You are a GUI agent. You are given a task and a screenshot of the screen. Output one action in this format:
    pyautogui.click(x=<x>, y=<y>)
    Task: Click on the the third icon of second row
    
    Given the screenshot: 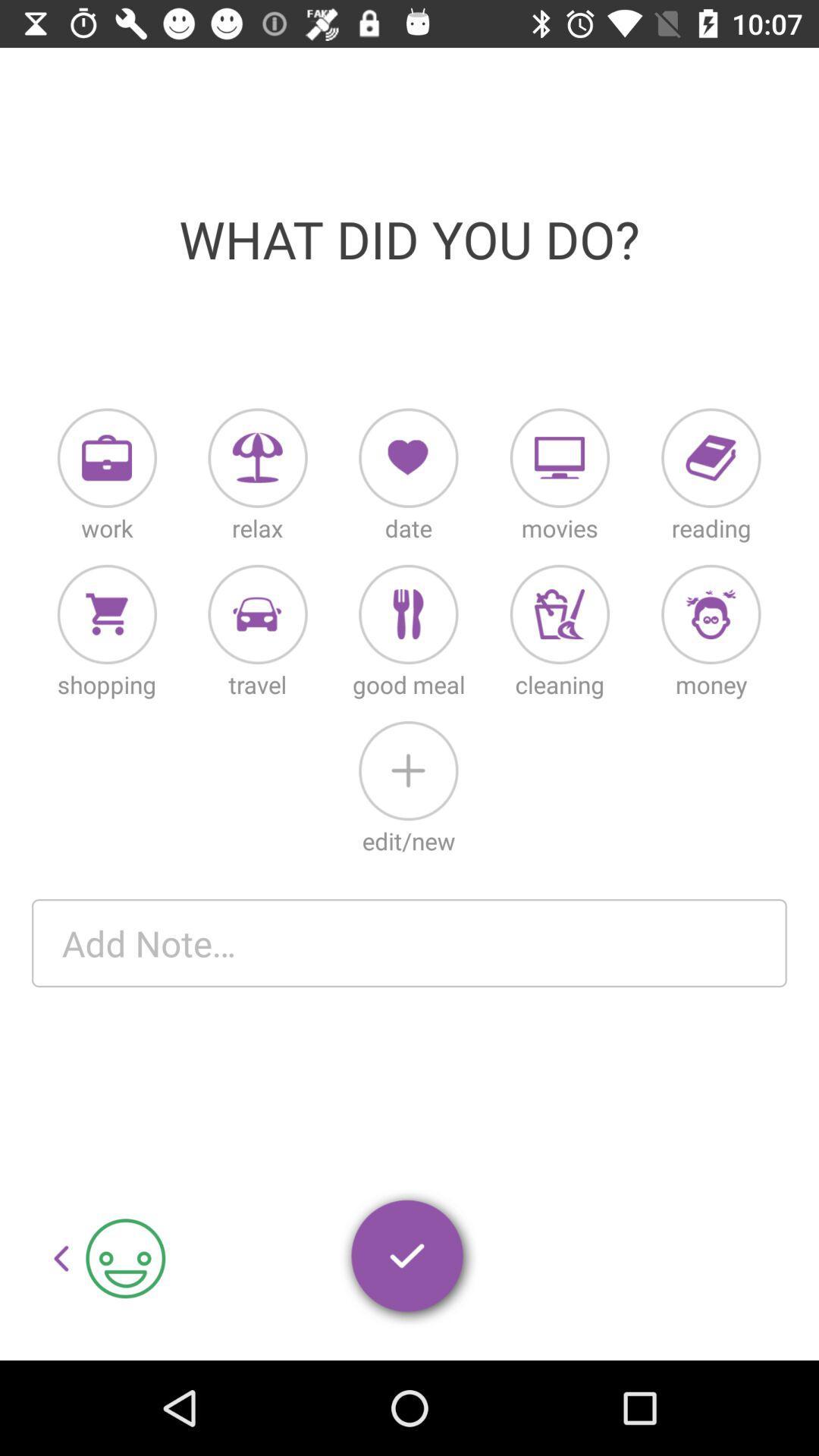 What is the action you would take?
    pyautogui.click(x=408, y=614)
    